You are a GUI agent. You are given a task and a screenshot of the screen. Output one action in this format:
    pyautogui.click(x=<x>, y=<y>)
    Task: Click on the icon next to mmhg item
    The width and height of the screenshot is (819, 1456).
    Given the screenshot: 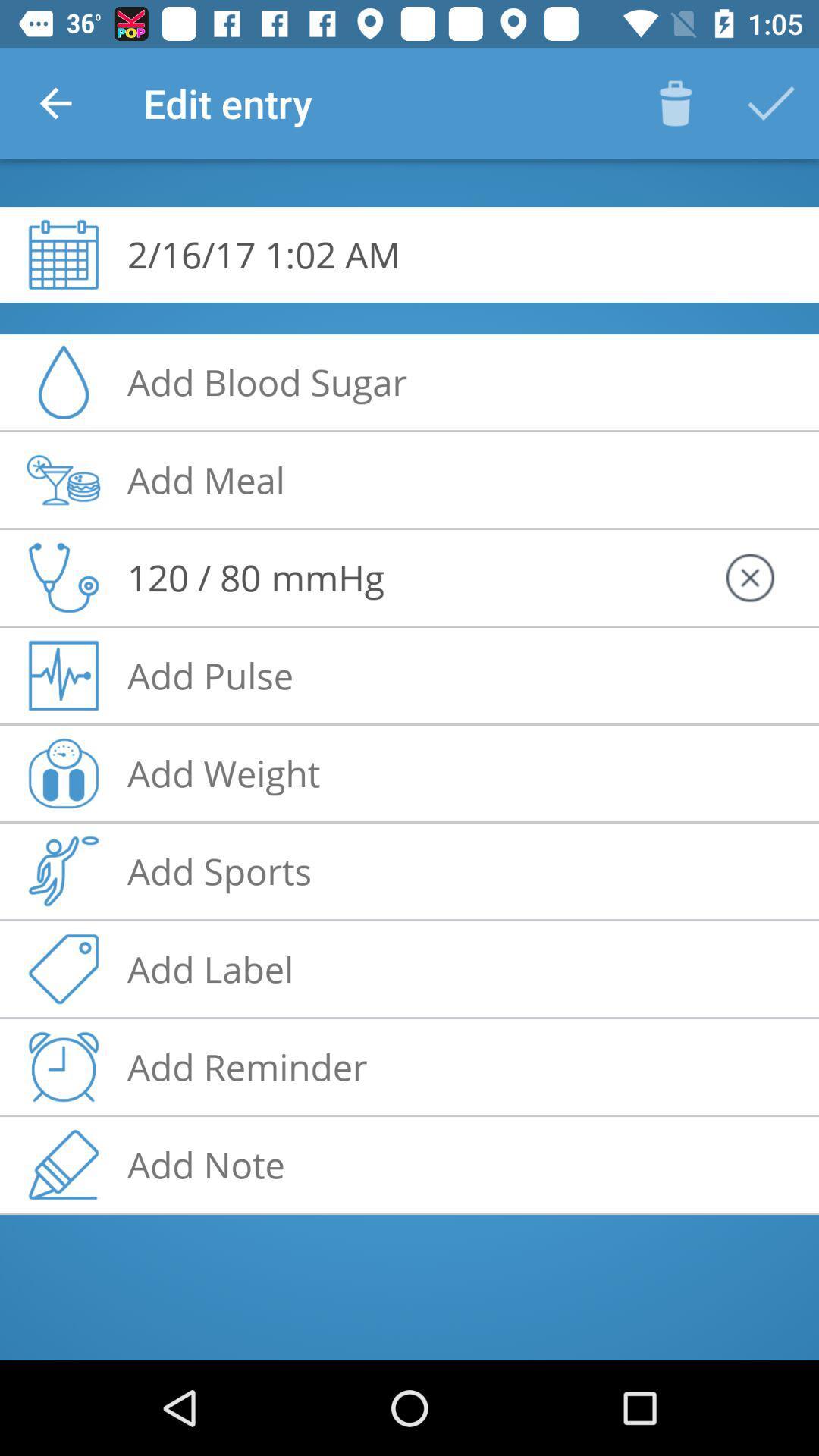 What is the action you would take?
    pyautogui.click(x=748, y=577)
    